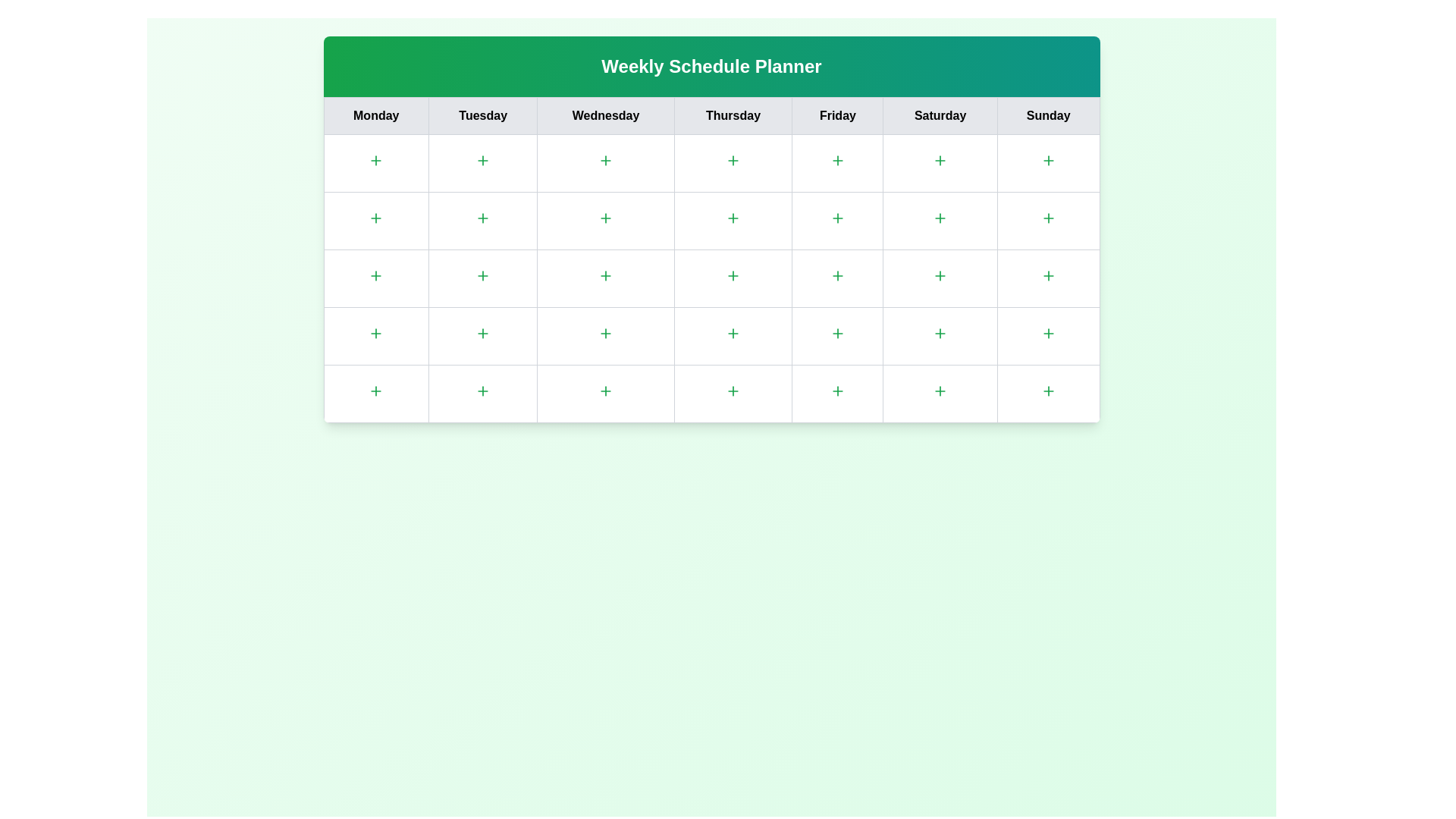  What do you see at coordinates (836, 115) in the screenshot?
I see `the column header for Friday` at bounding box center [836, 115].